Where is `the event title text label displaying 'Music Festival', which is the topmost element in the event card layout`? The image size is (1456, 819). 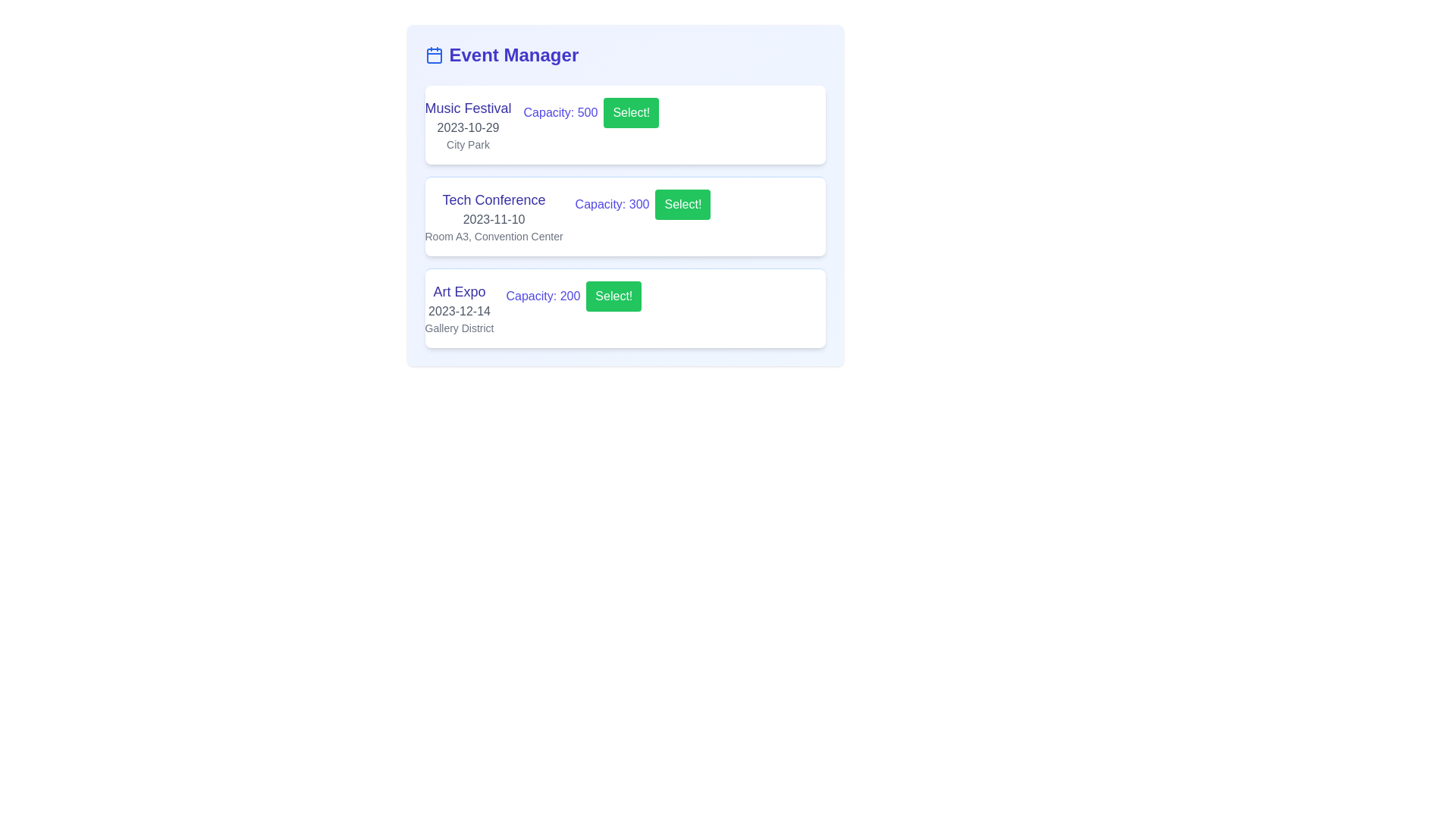
the event title text label displaying 'Music Festival', which is the topmost element in the event card layout is located at coordinates (467, 107).